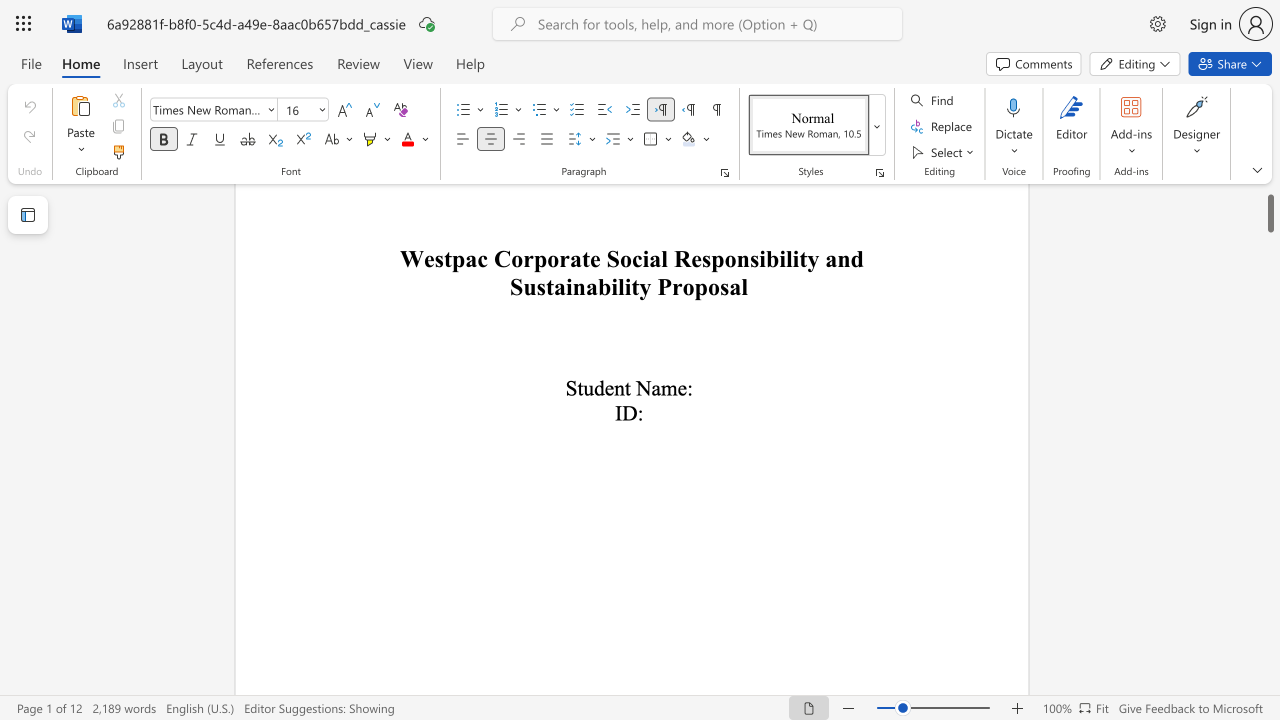  What do you see at coordinates (1269, 198) in the screenshot?
I see `the scrollbar and move up 80 pixels` at bounding box center [1269, 198].